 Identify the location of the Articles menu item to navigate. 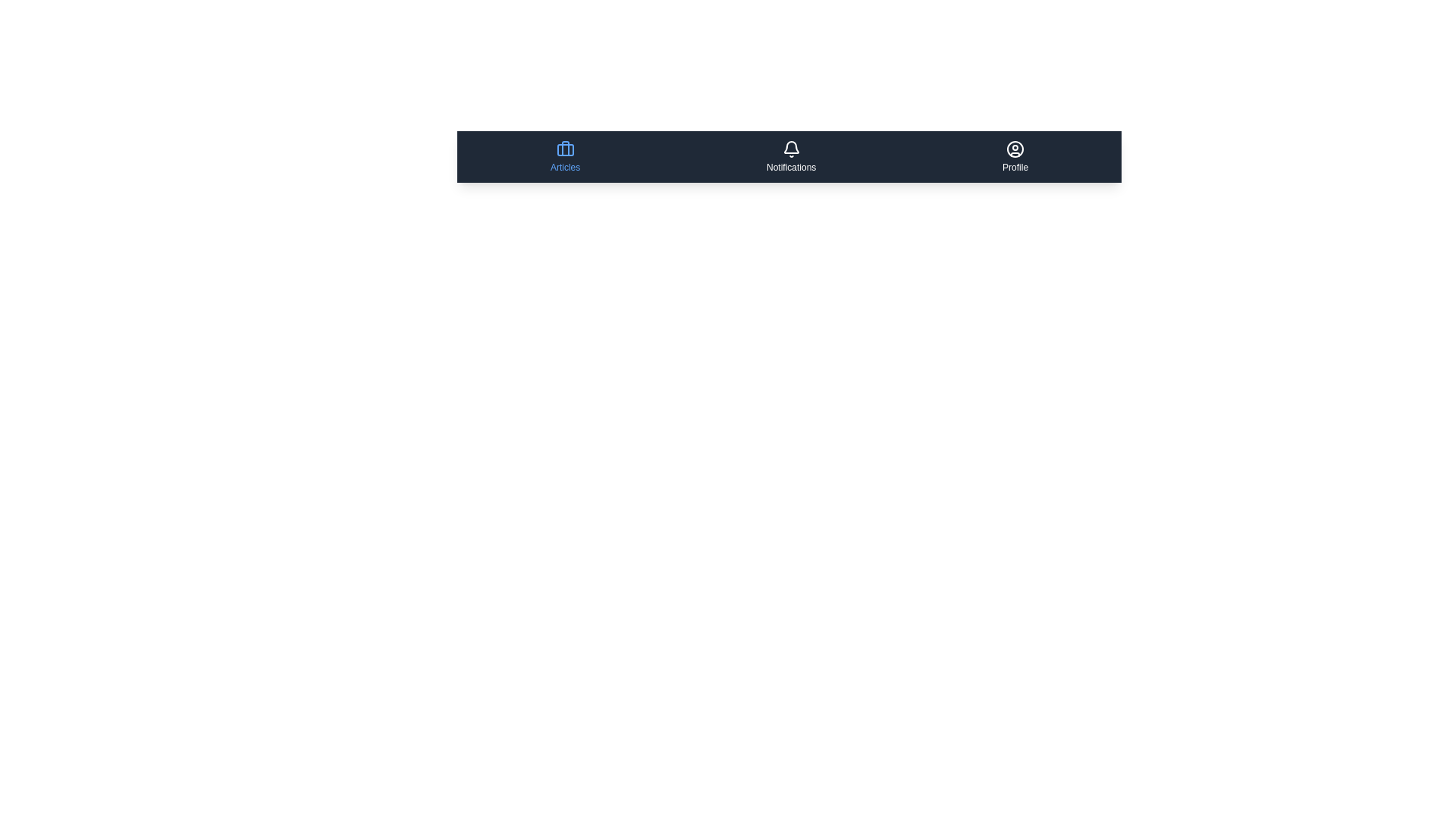
(564, 157).